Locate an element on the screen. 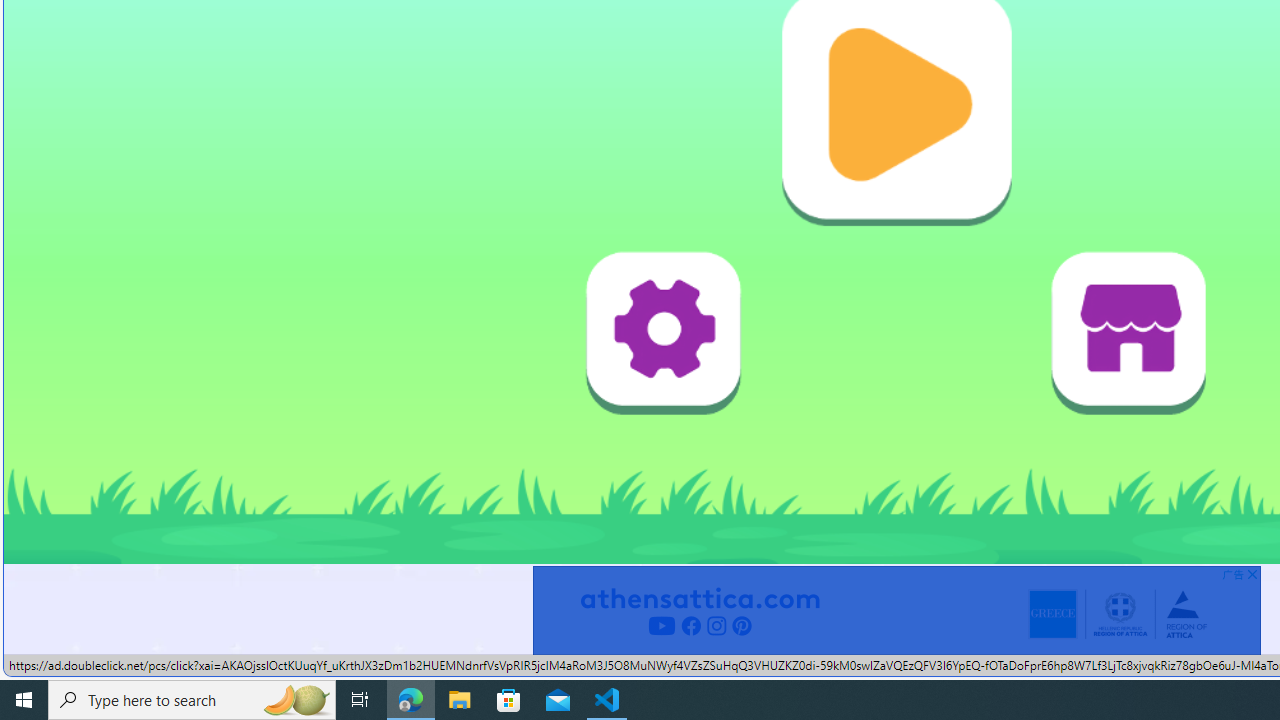  'Advertisement' is located at coordinates (895, 609).